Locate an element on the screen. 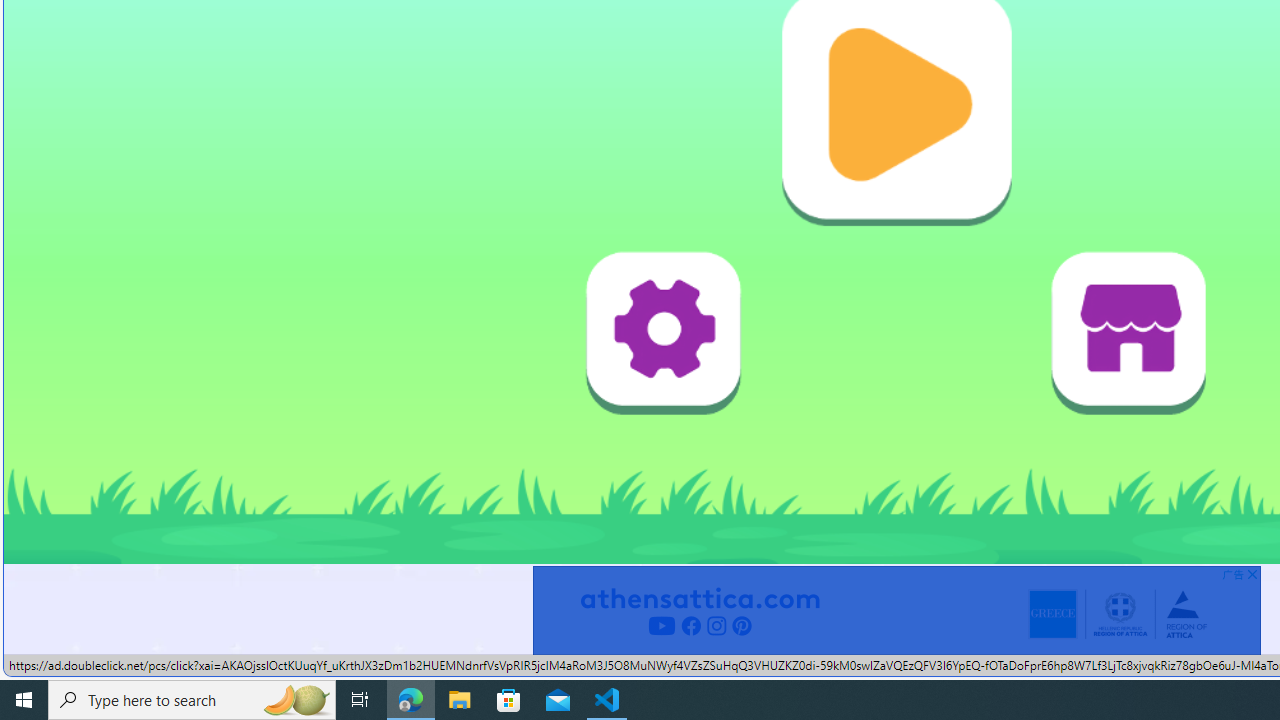  'Advertisement' is located at coordinates (895, 609).